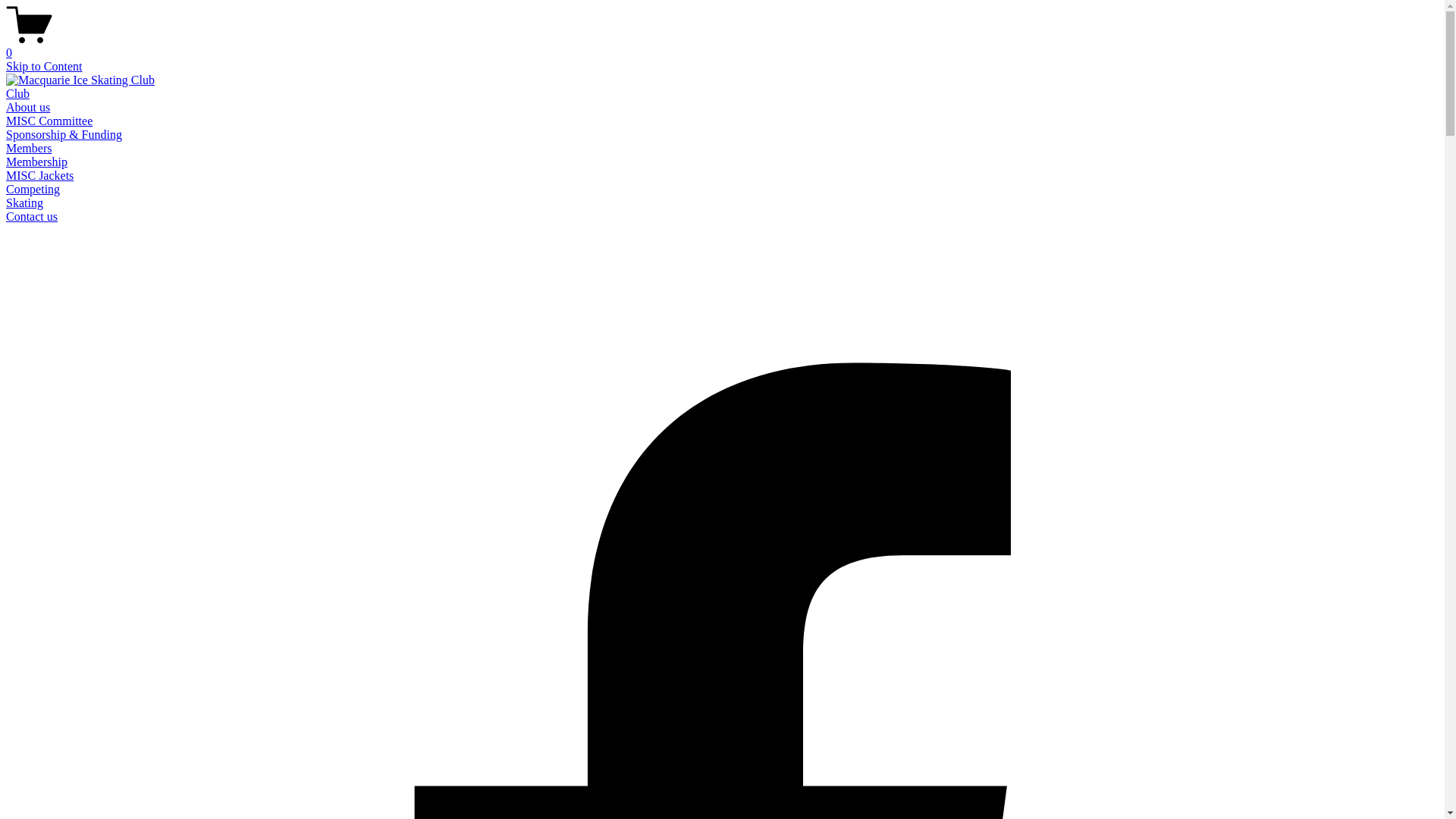  I want to click on 'Contact us', so click(32, 216).